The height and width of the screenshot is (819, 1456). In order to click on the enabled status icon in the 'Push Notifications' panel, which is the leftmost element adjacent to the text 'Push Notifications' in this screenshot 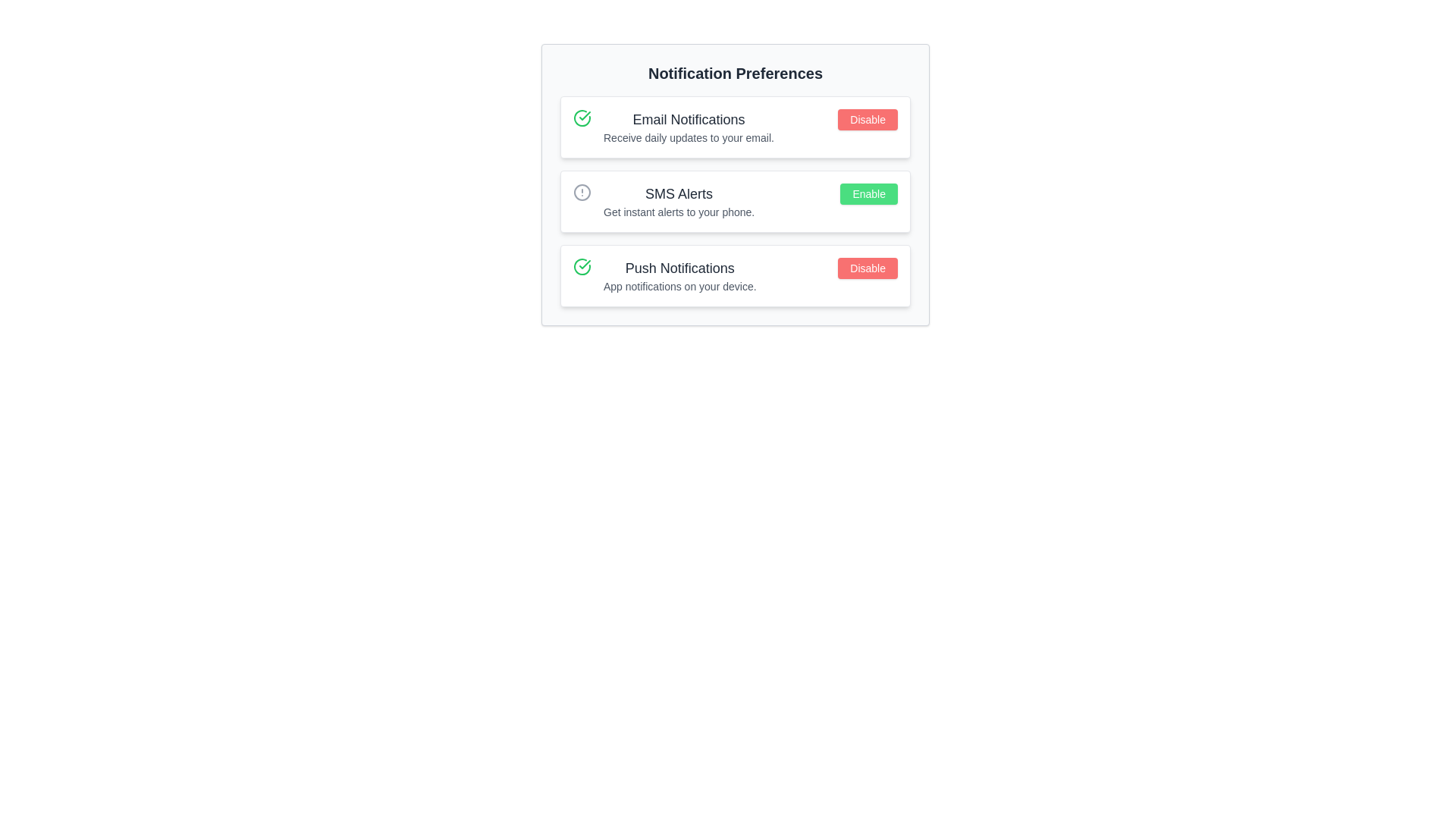, I will do `click(582, 265)`.